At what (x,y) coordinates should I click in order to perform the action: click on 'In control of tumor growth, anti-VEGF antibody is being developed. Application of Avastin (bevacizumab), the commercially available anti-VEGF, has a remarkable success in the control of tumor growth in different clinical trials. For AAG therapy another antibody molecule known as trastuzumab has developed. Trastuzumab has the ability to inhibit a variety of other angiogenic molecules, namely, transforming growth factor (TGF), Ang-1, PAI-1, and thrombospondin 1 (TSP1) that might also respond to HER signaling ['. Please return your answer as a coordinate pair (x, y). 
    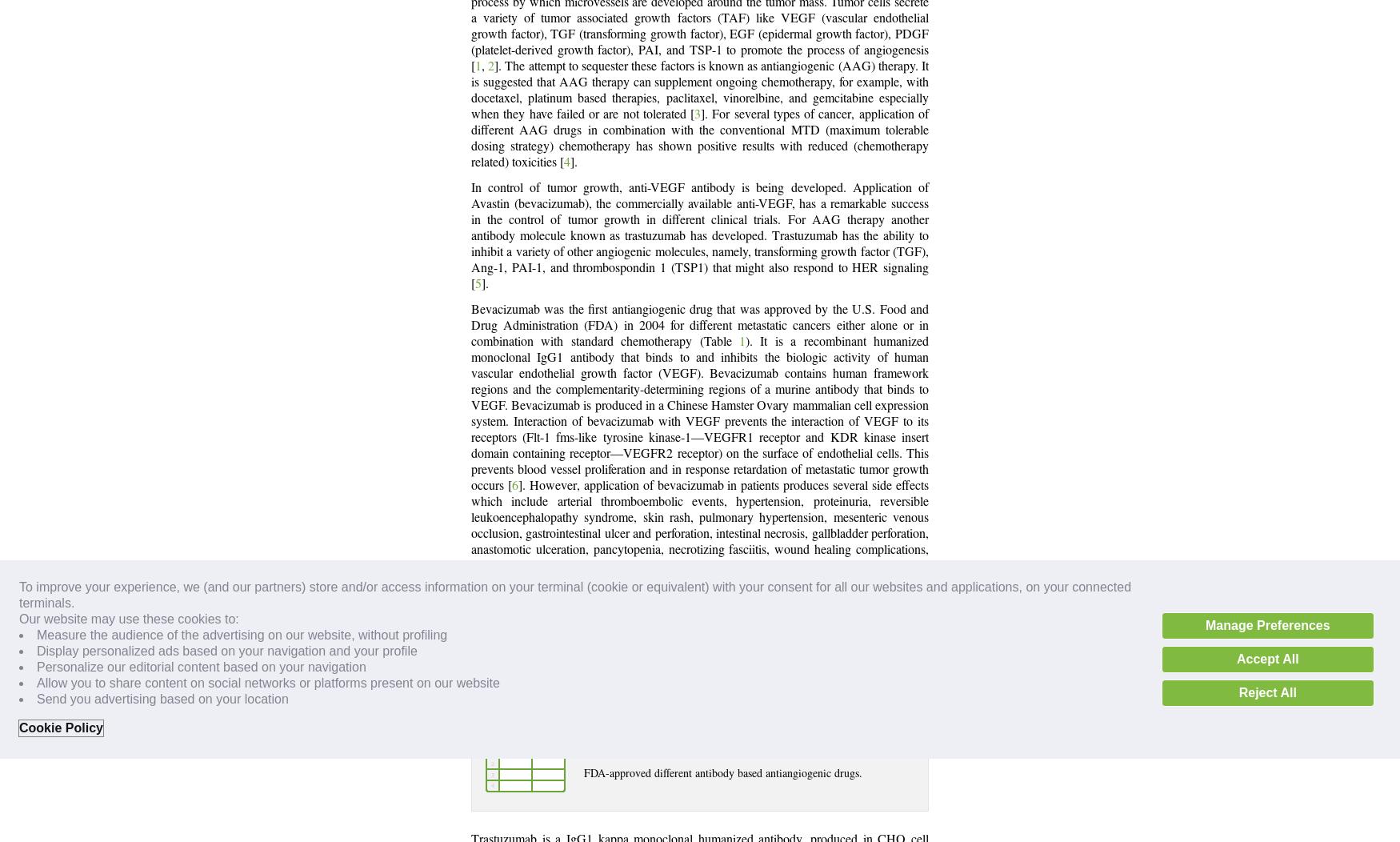
    Looking at the image, I should click on (700, 235).